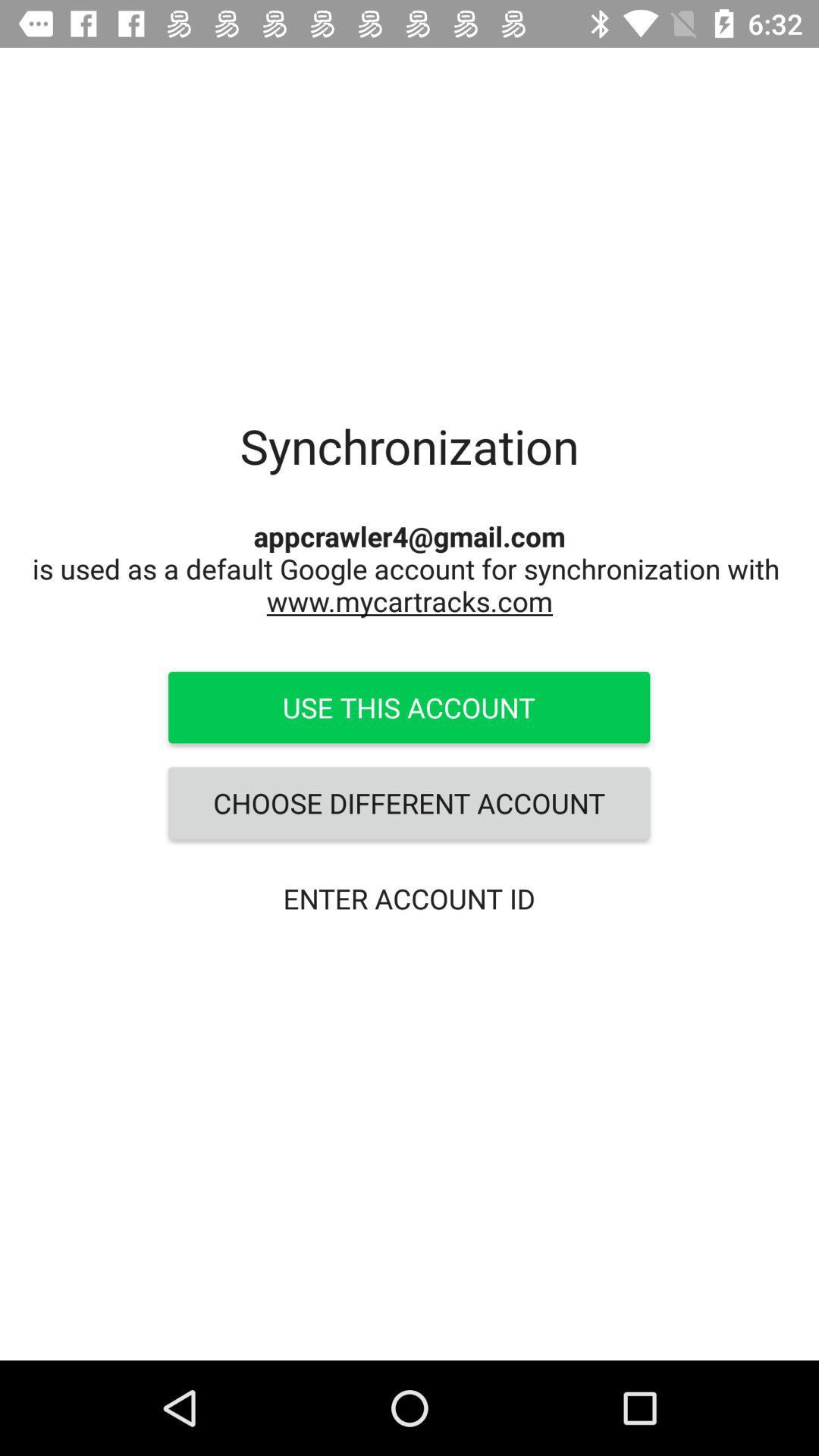 The width and height of the screenshot is (819, 1456). What do you see at coordinates (408, 802) in the screenshot?
I see `the icon below the use this account icon` at bounding box center [408, 802].